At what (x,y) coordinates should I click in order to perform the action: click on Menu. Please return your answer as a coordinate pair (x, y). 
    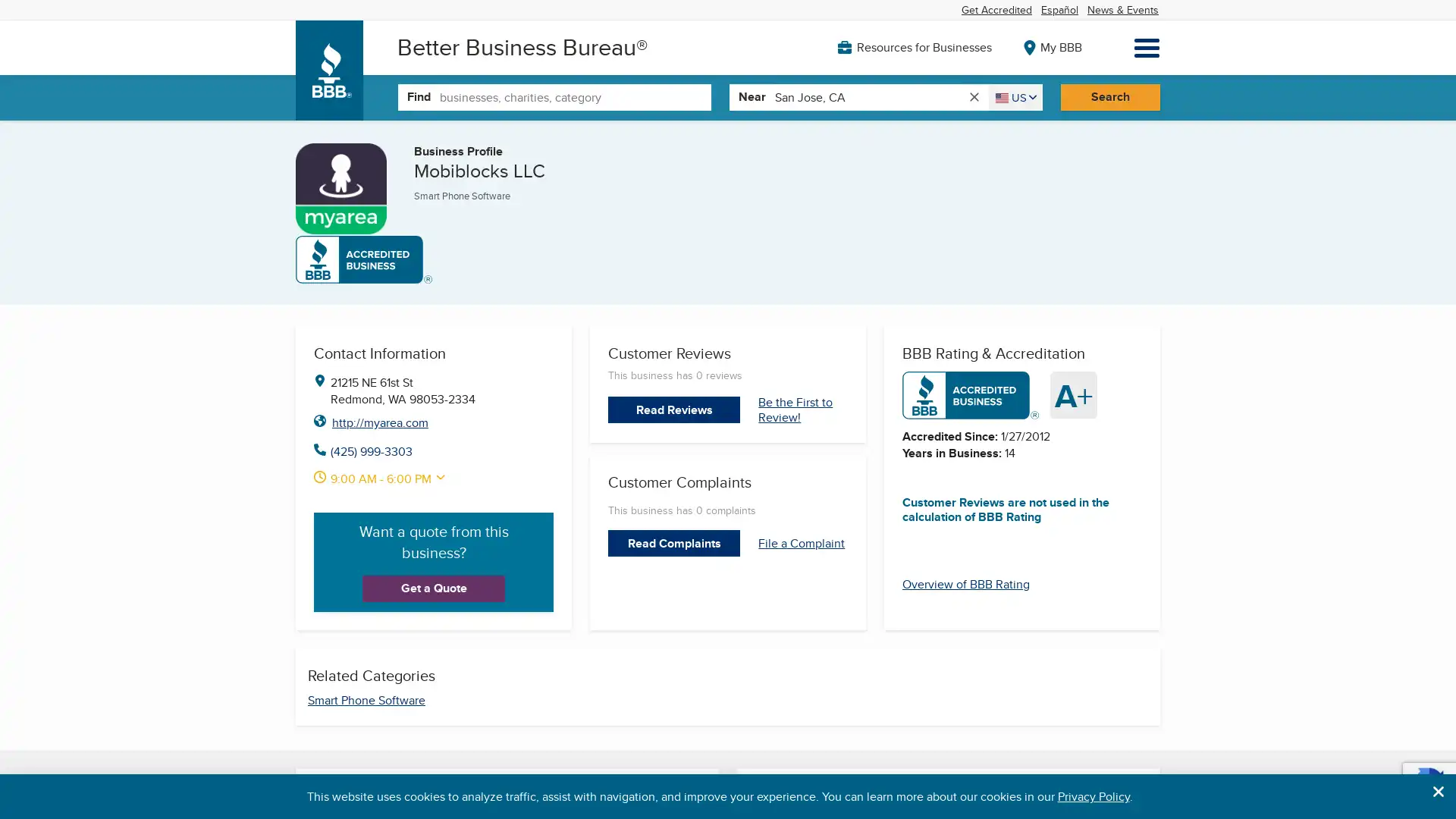
    Looking at the image, I should click on (1147, 46).